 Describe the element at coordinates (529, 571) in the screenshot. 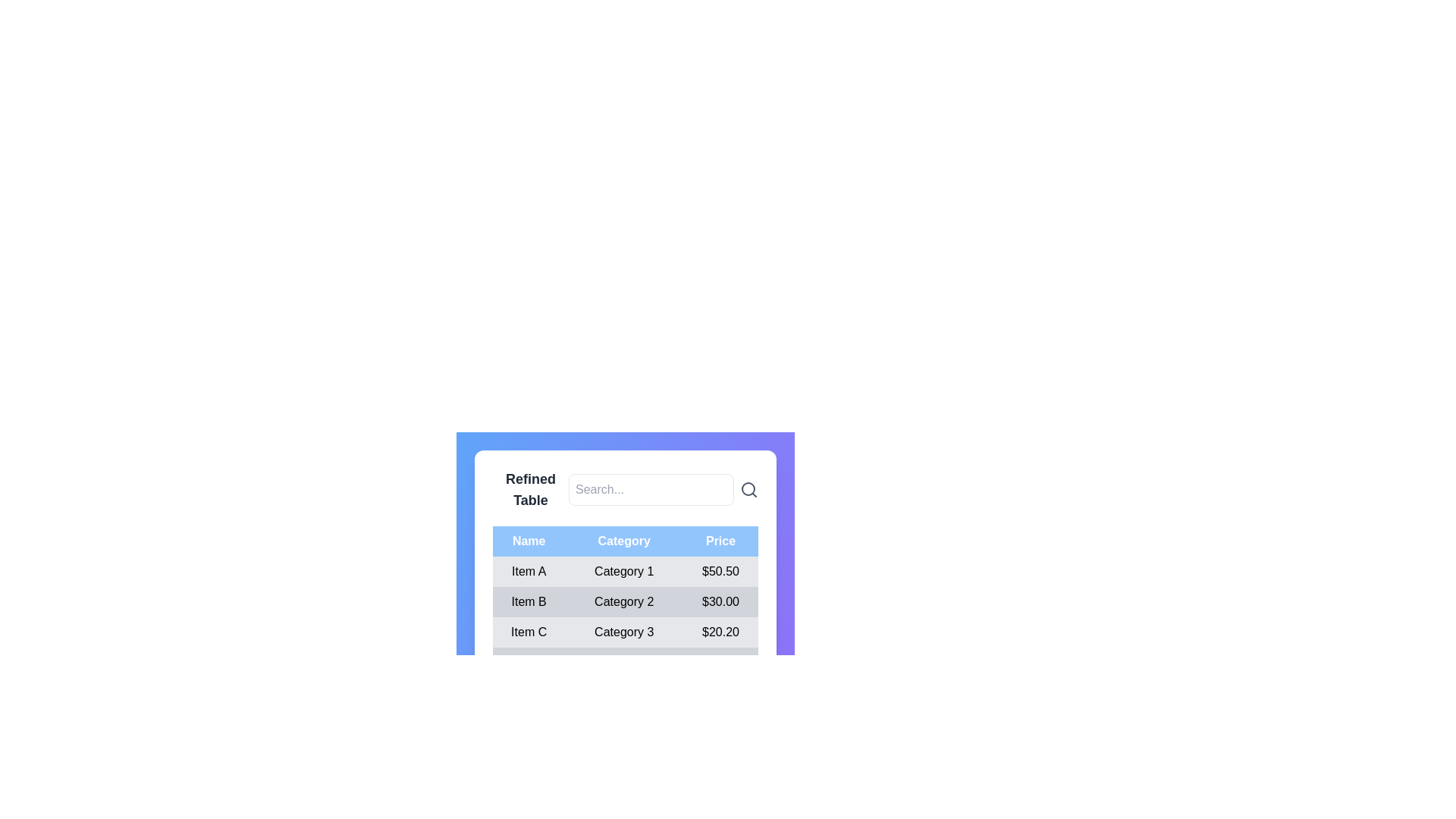

I see `the text label in the first column of the first row under the 'Name' header, which identifies an item in the table` at that location.